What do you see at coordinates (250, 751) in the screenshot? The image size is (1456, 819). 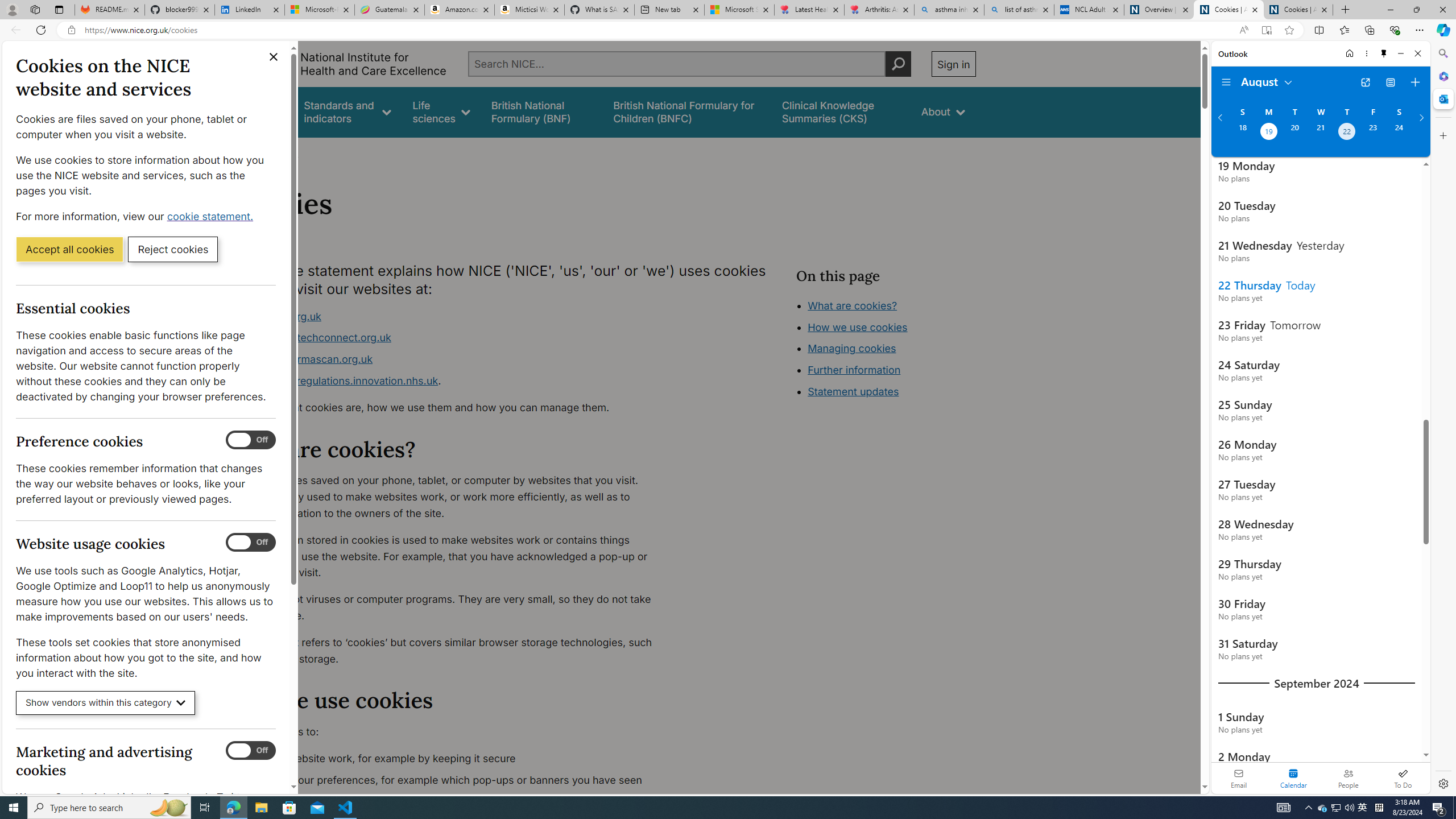 I see `'Marketing and advertising cookies'` at bounding box center [250, 751].